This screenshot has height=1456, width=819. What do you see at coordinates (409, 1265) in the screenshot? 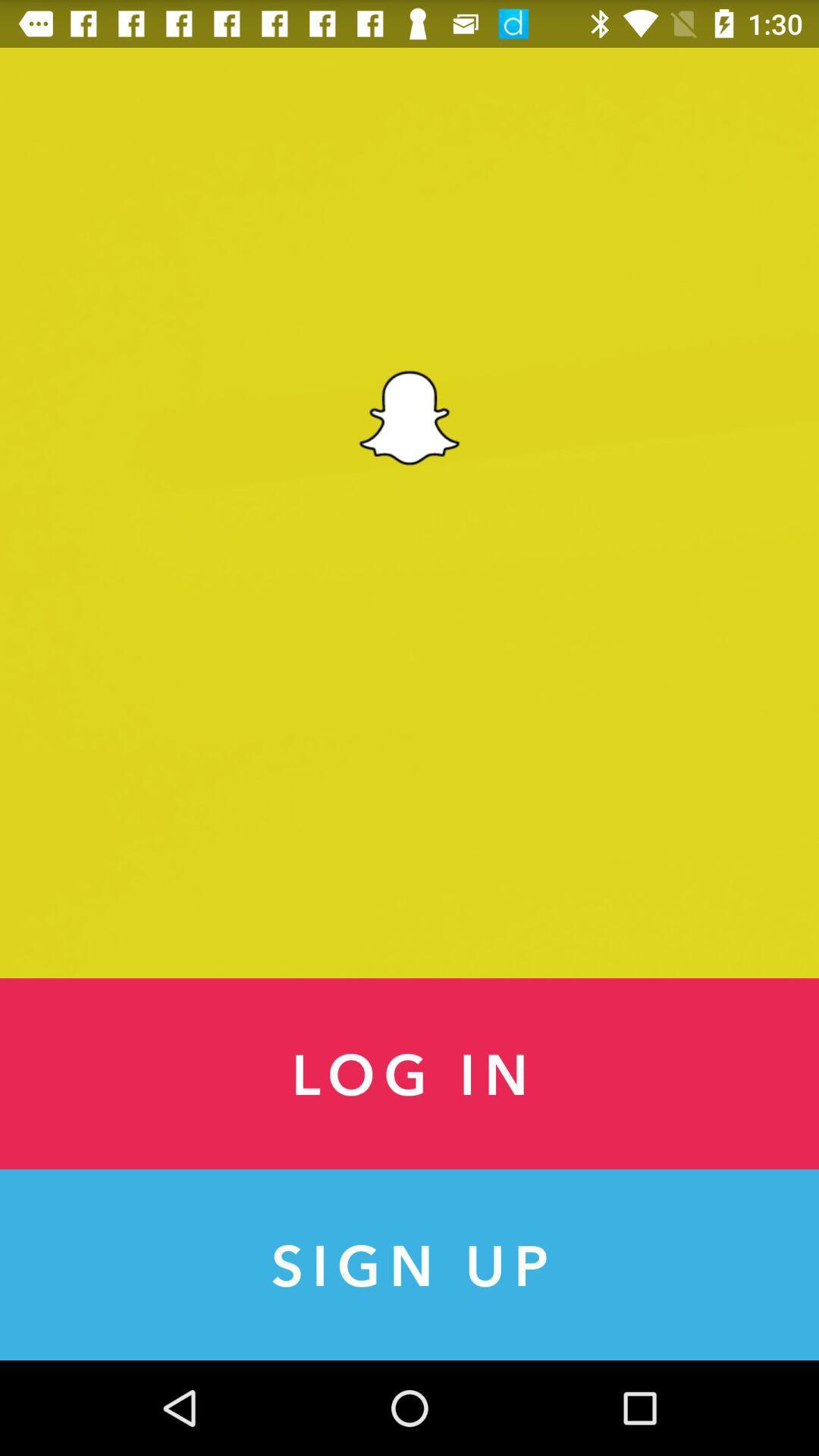
I see `the sign up icon` at bounding box center [409, 1265].